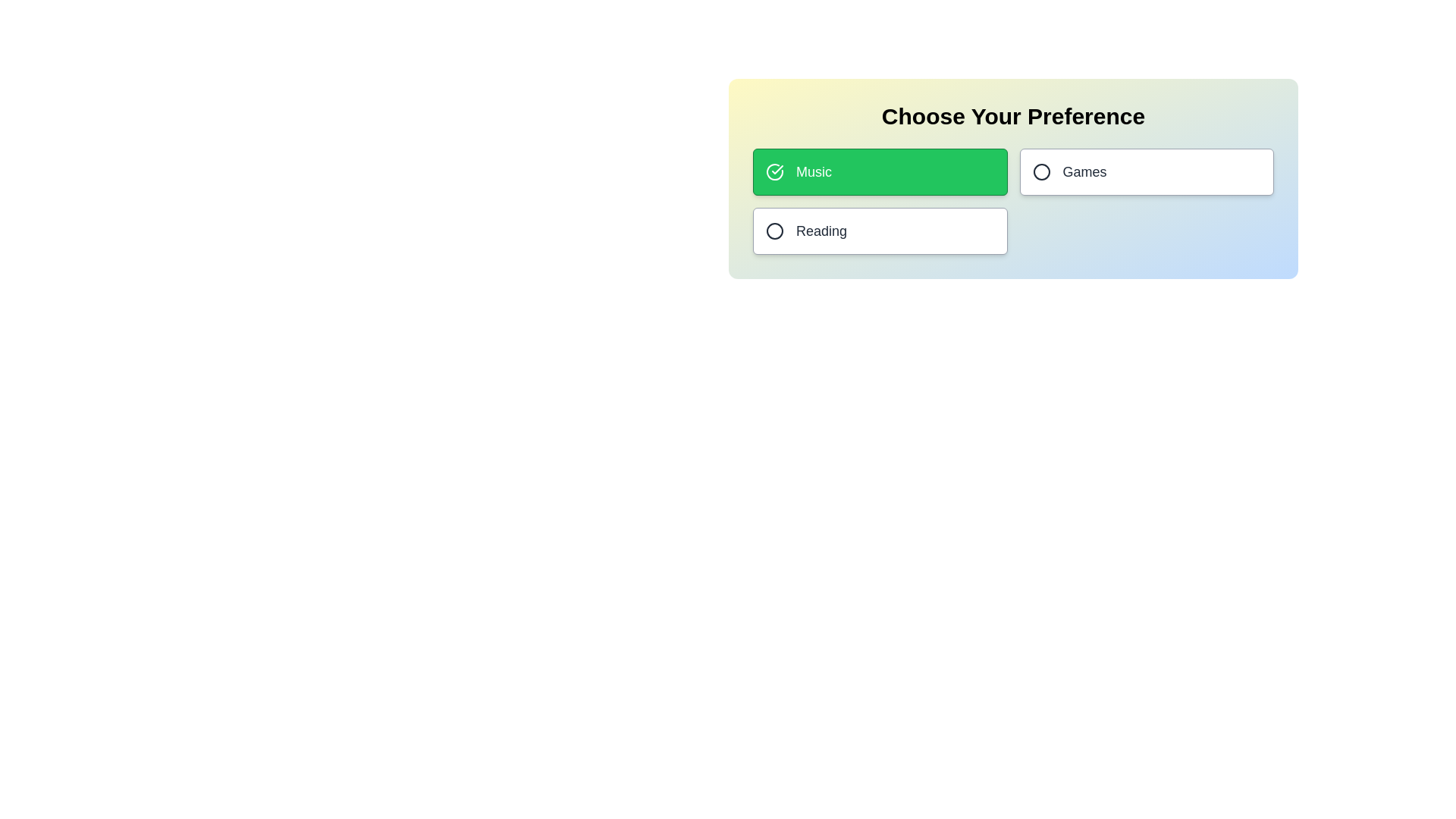  Describe the element at coordinates (775, 231) in the screenshot. I see `the radio button indicating the 'Reading' option` at that location.